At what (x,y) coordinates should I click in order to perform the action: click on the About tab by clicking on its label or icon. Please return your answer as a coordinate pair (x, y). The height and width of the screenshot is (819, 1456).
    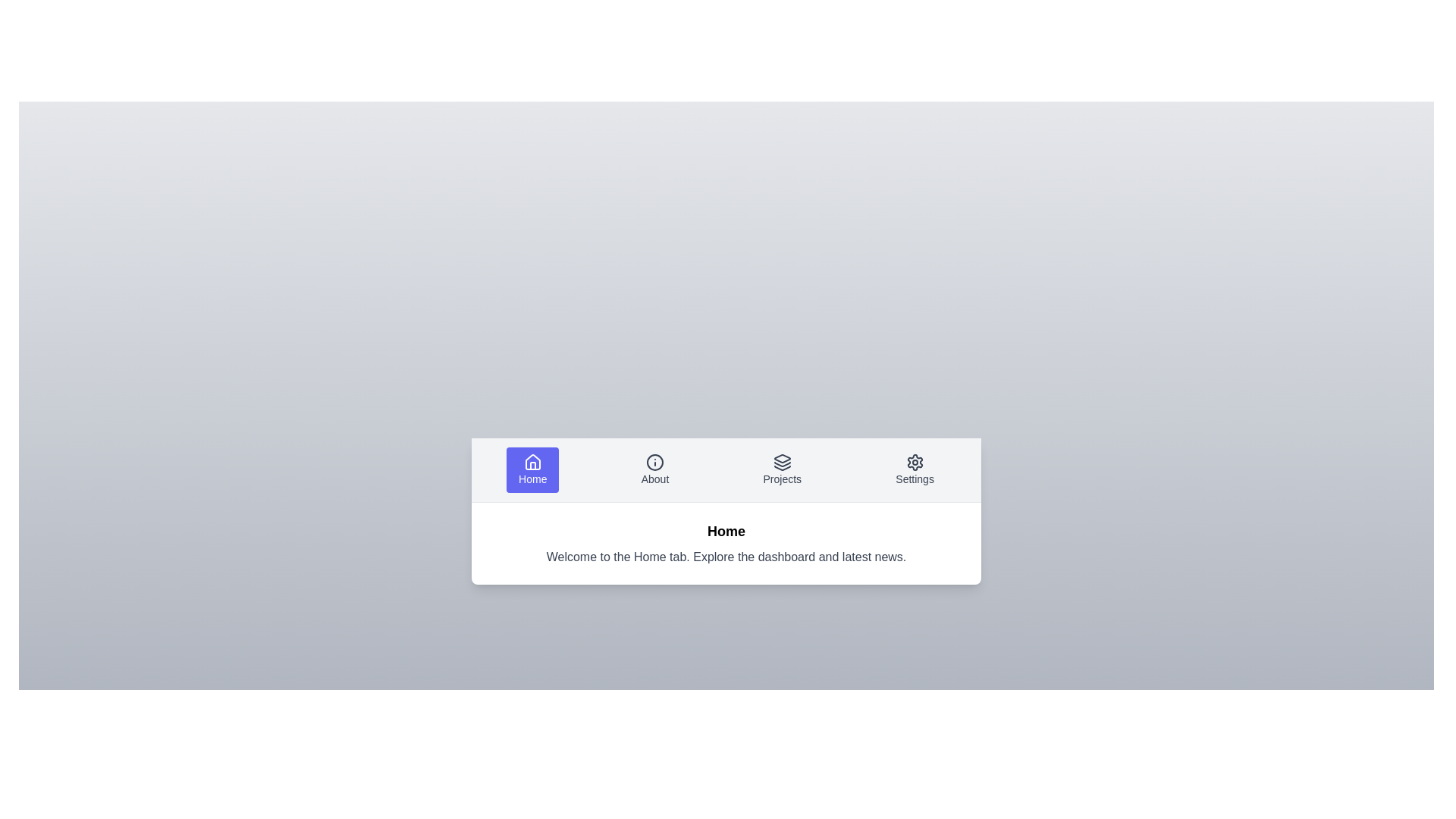
    Looking at the image, I should click on (655, 469).